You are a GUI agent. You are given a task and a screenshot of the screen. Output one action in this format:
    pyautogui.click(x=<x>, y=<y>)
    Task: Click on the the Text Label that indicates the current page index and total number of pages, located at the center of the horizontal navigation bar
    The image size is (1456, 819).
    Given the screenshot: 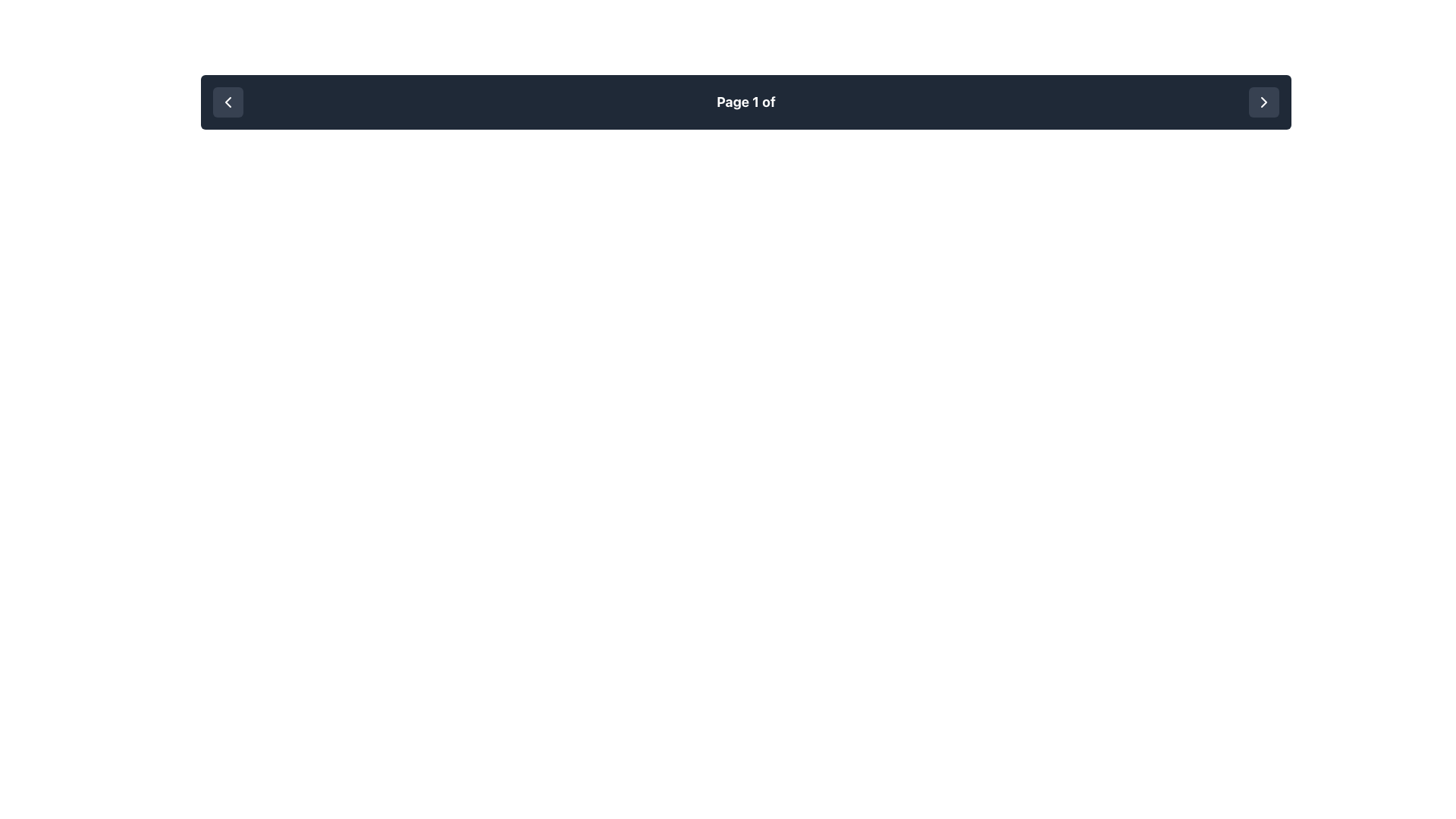 What is the action you would take?
    pyautogui.click(x=745, y=102)
    